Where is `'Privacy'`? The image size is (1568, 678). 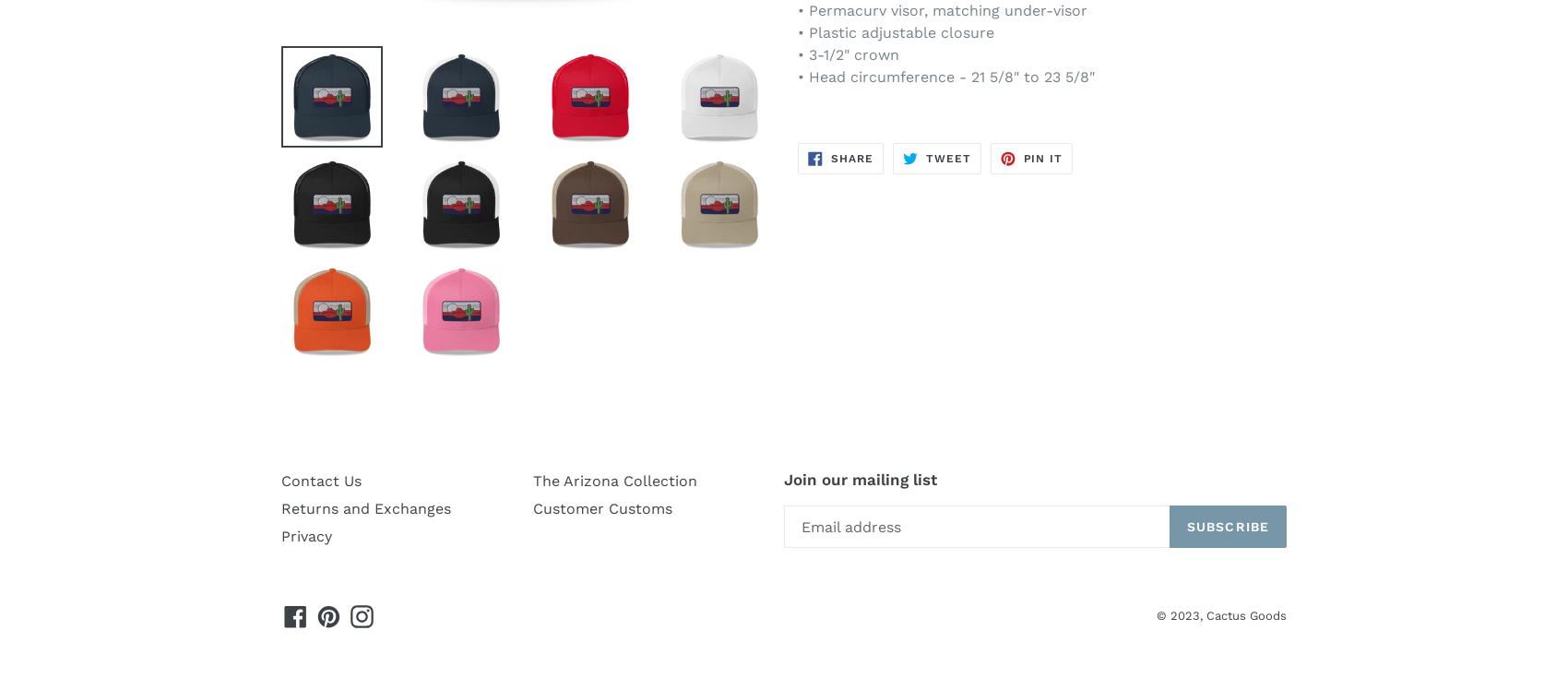
'Privacy' is located at coordinates (305, 536).